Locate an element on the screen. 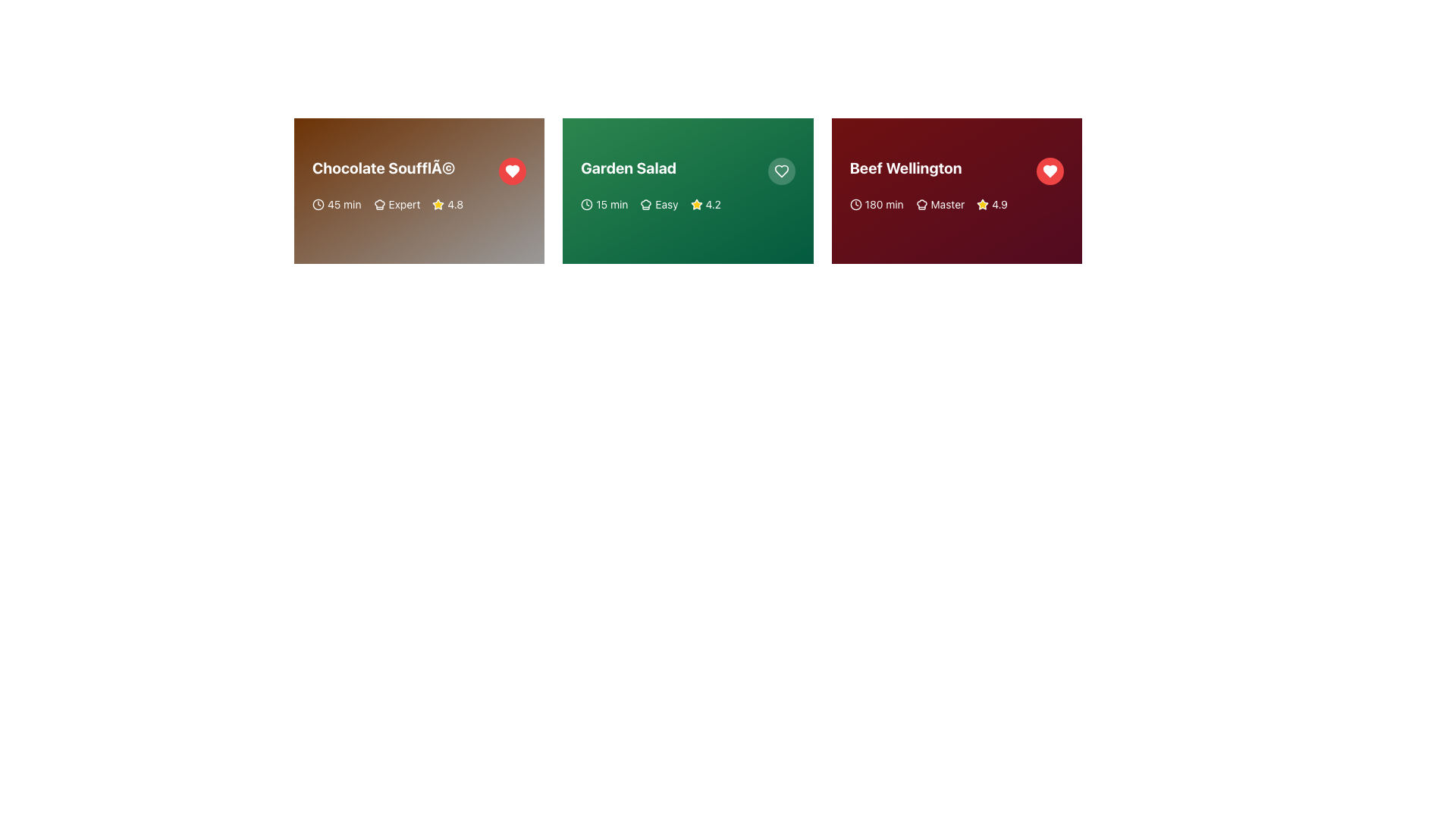 The height and width of the screenshot is (819, 1456). the share button located is located at coordinates (353, 234).